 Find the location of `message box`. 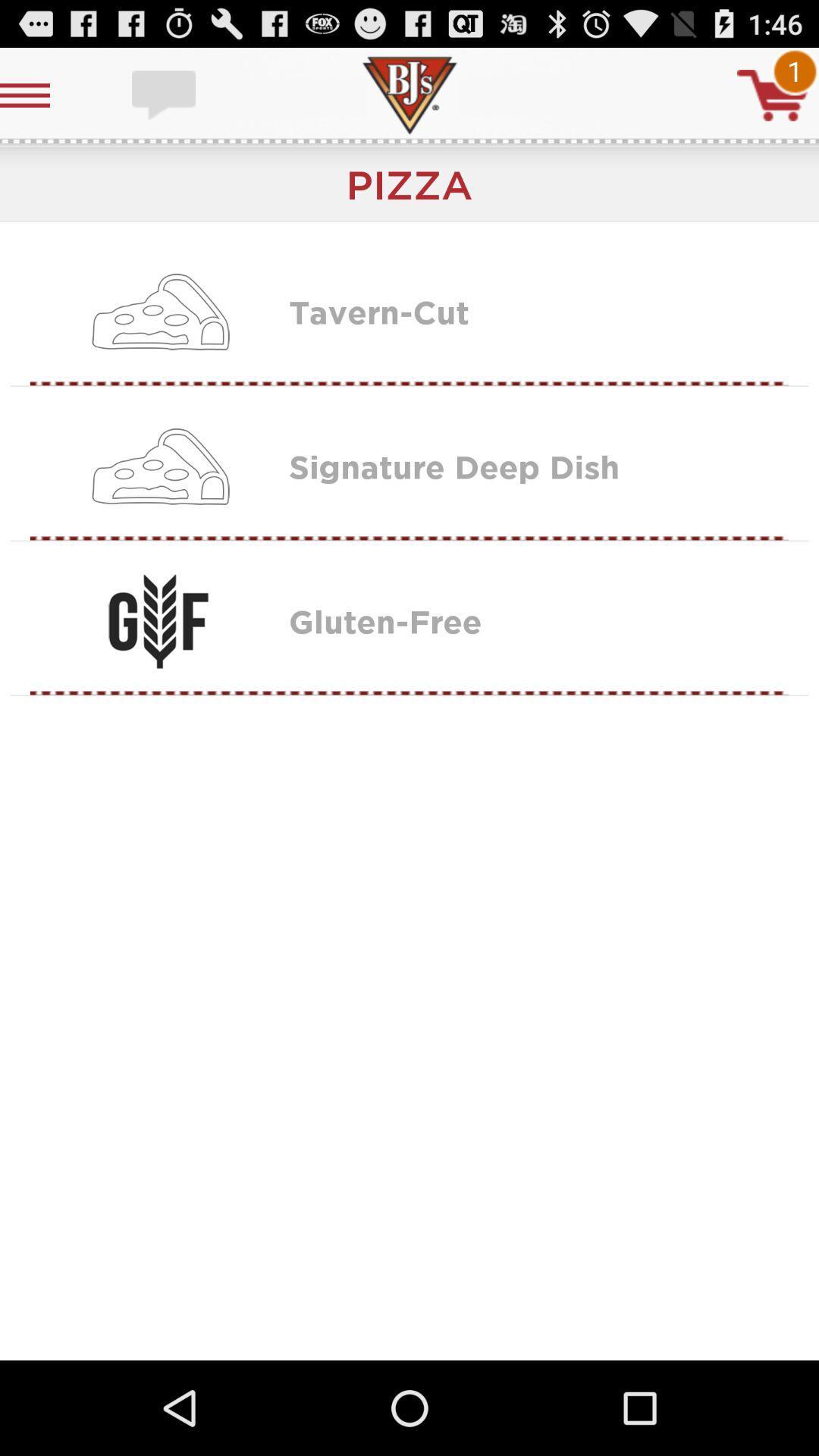

message box is located at coordinates (165, 94).